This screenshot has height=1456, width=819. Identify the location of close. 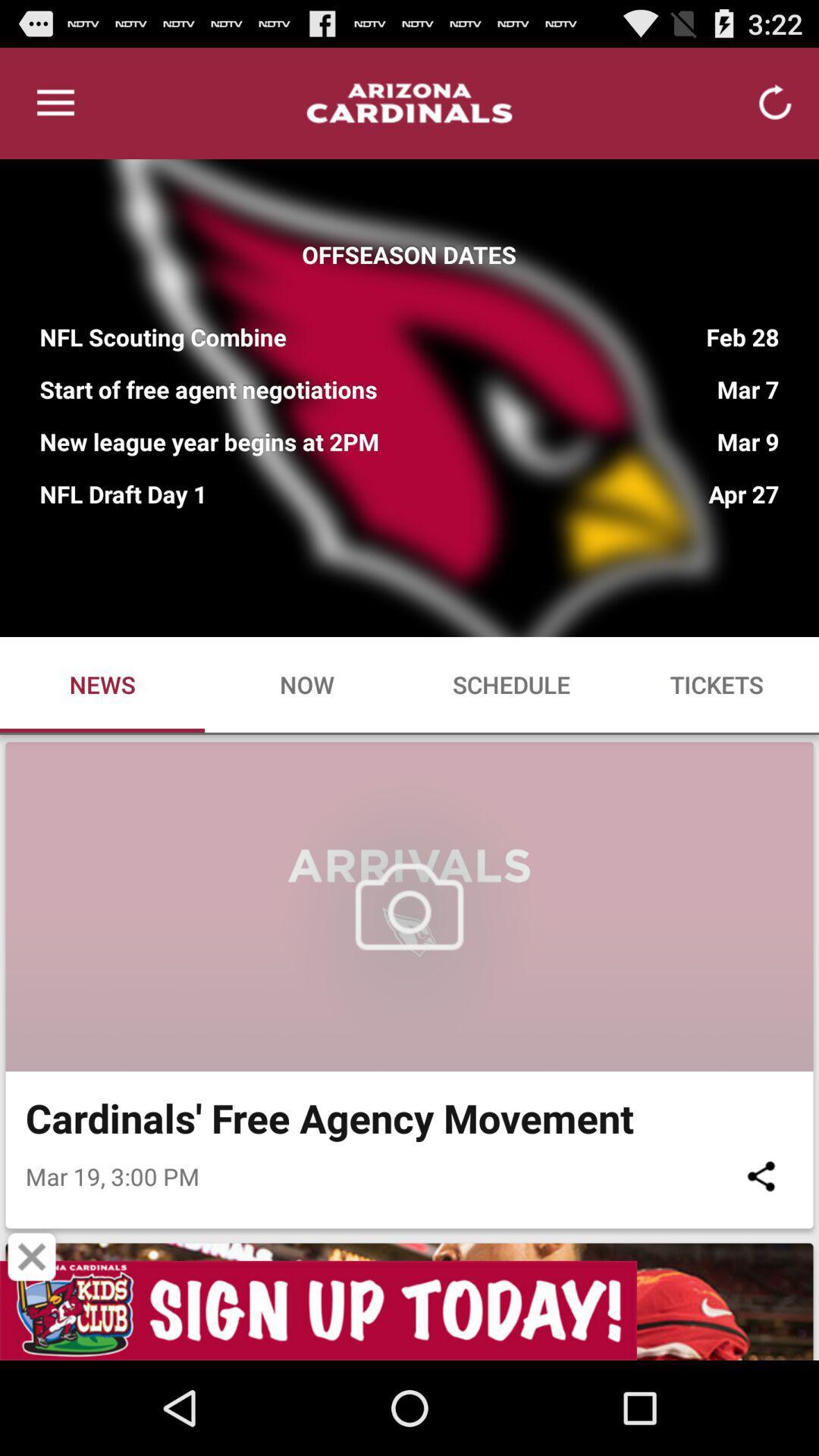
(32, 1257).